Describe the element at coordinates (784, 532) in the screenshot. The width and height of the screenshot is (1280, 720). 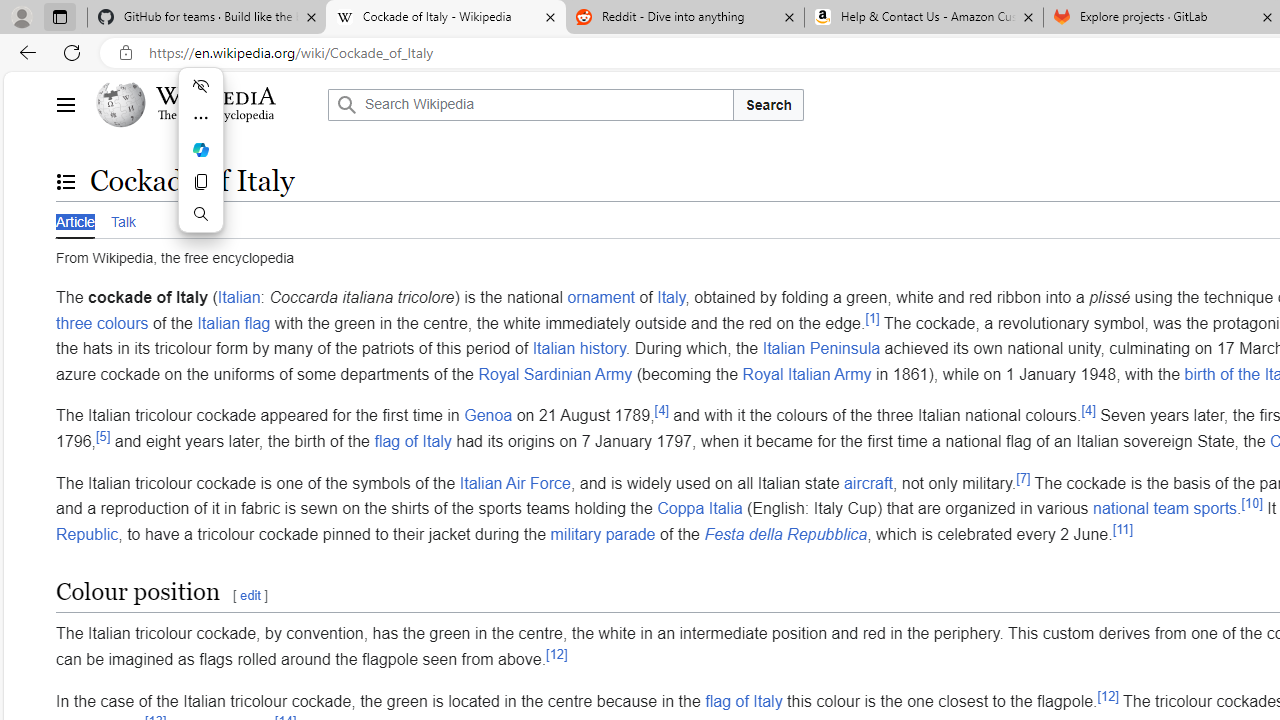
I see `'Festa della Repubblica'` at that location.